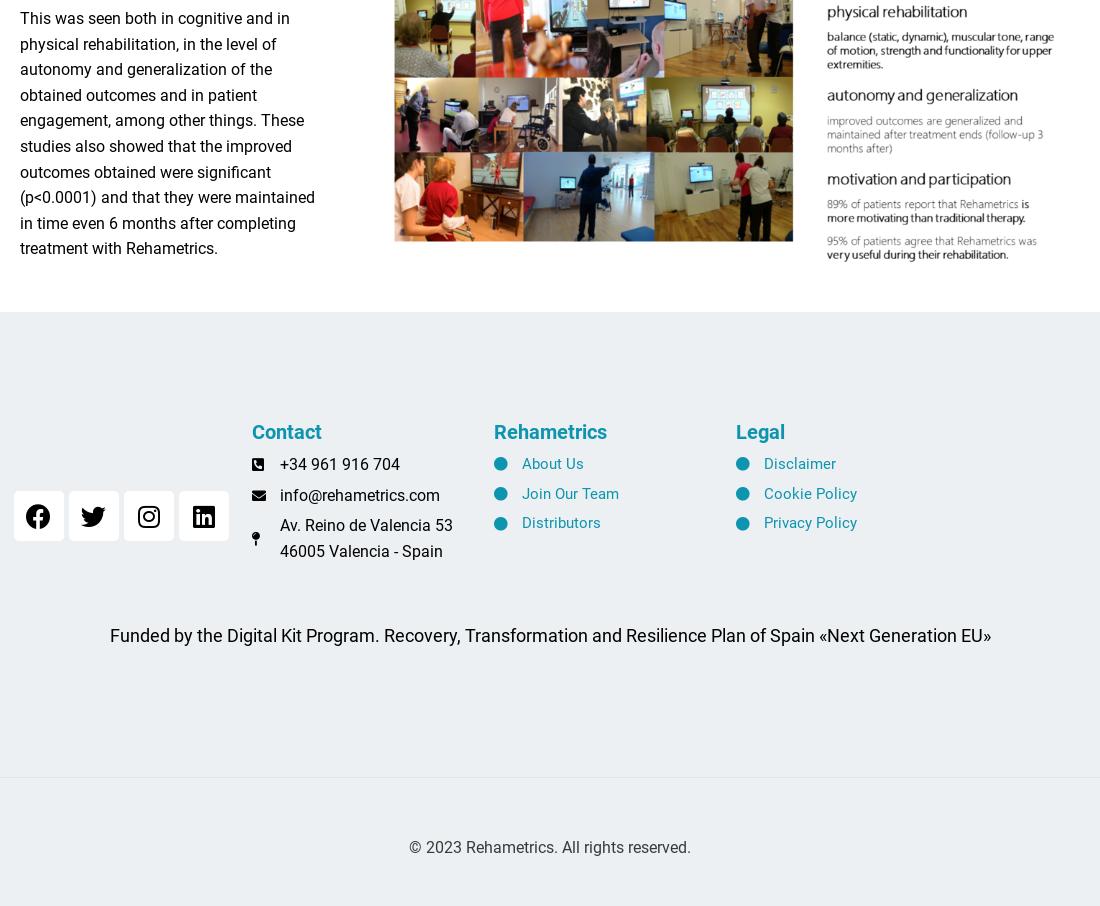  What do you see at coordinates (571, 503) in the screenshot?
I see `'Join Our Team'` at bounding box center [571, 503].